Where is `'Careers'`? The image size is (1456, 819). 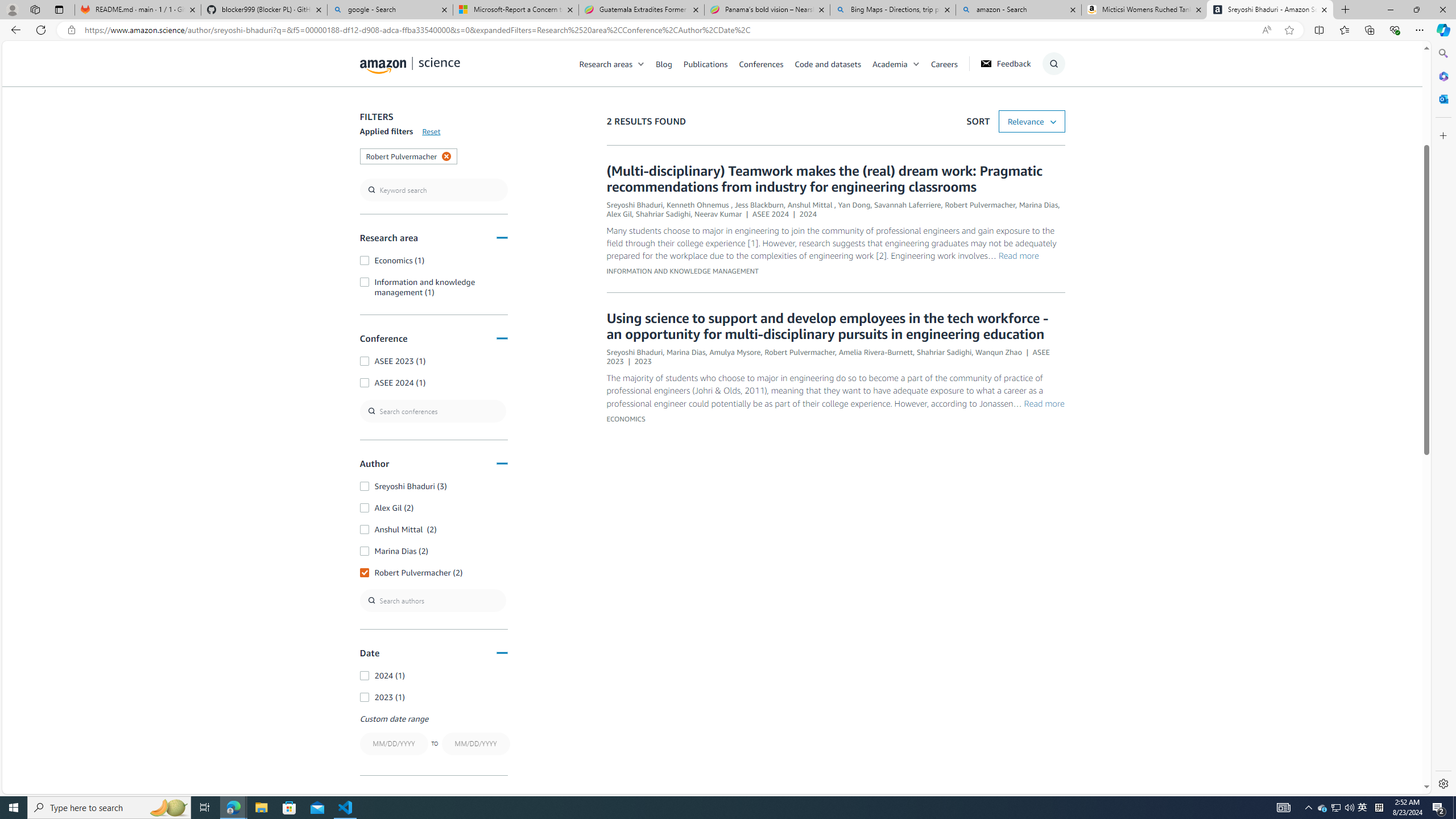
'Careers' is located at coordinates (950, 63).